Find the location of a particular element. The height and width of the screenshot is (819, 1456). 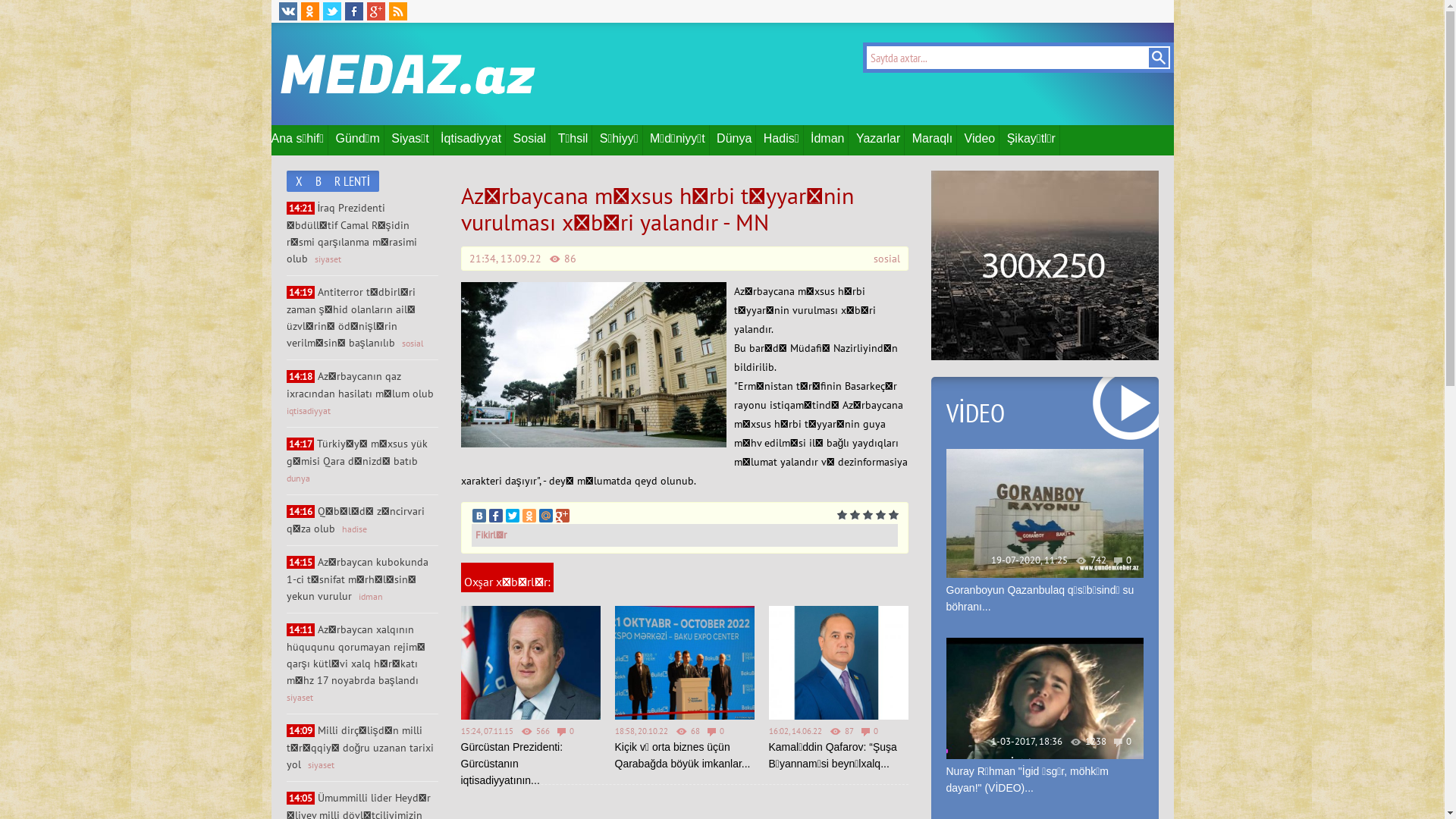

'Yazarlar' is located at coordinates (880, 140).